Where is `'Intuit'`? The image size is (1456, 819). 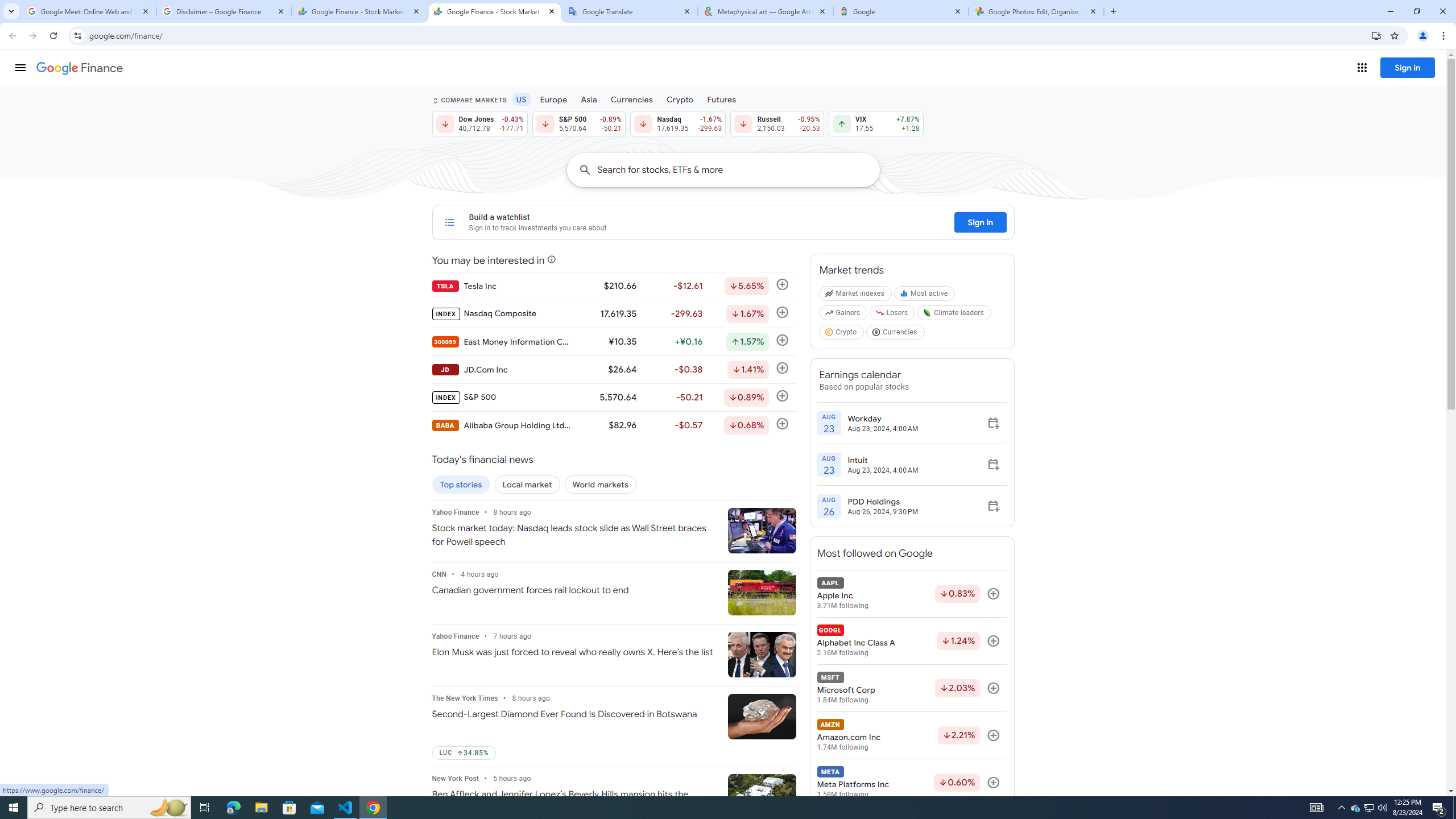 'Intuit' is located at coordinates (883, 460).